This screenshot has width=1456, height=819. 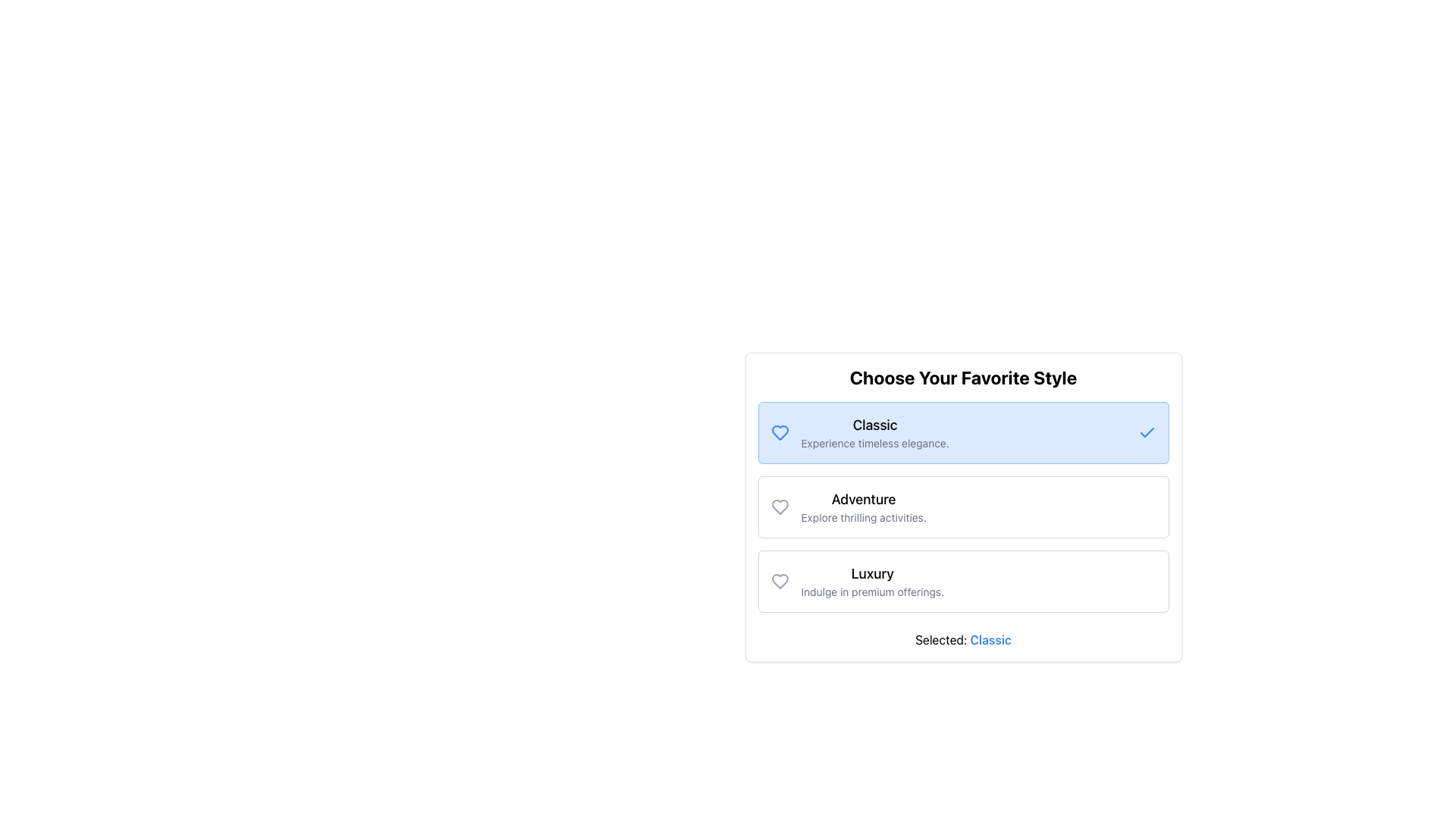 What do you see at coordinates (780, 581) in the screenshot?
I see `the heart-shaped icon located to the left of the 'Luxury' option box in the vertical selection menu` at bounding box center [780, 581].